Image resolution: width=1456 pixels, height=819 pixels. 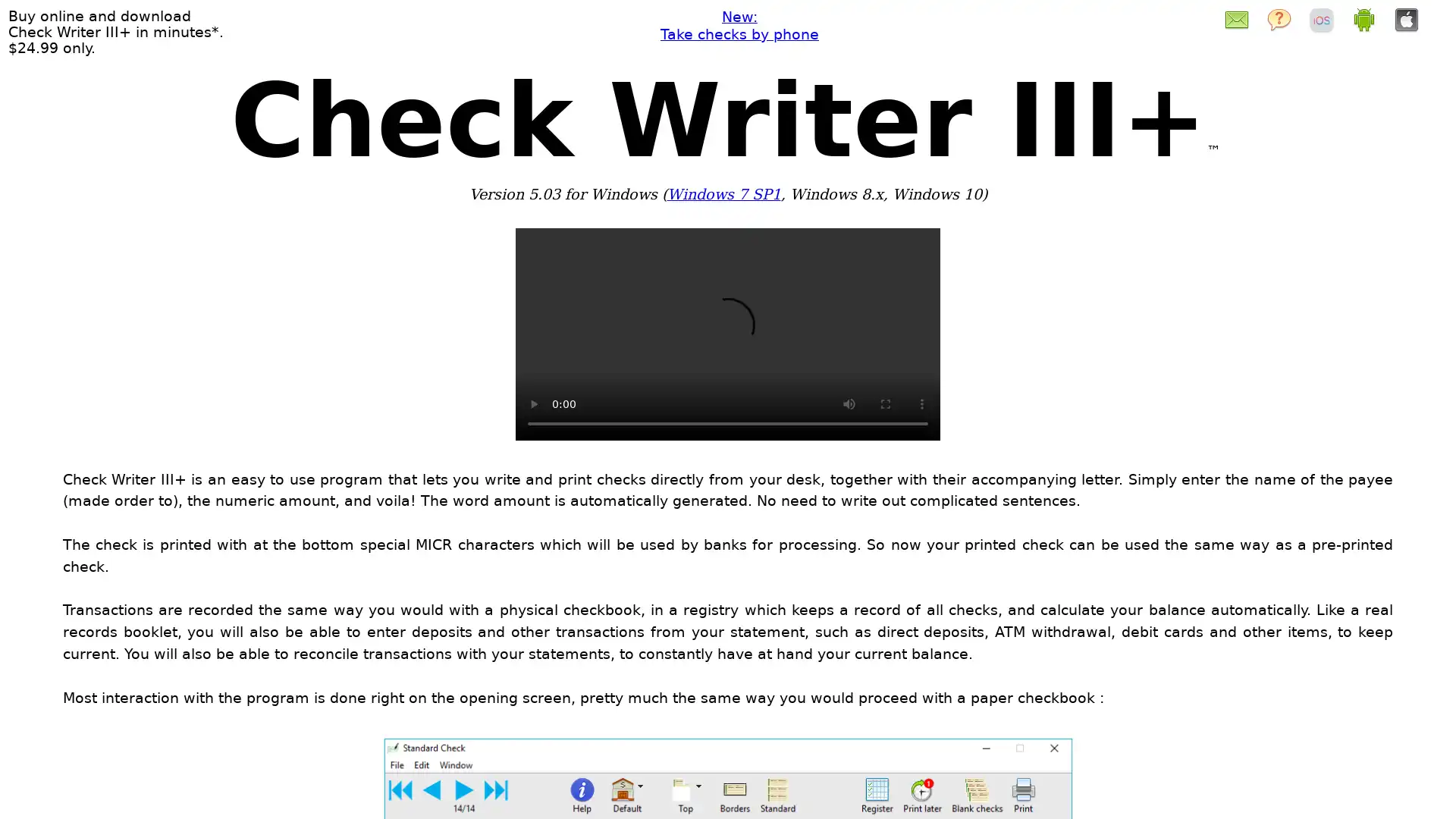 What do you see at coordinates (885, 403) in the screenshot?
I see `enter full screen` at bounding box center [885, 403].